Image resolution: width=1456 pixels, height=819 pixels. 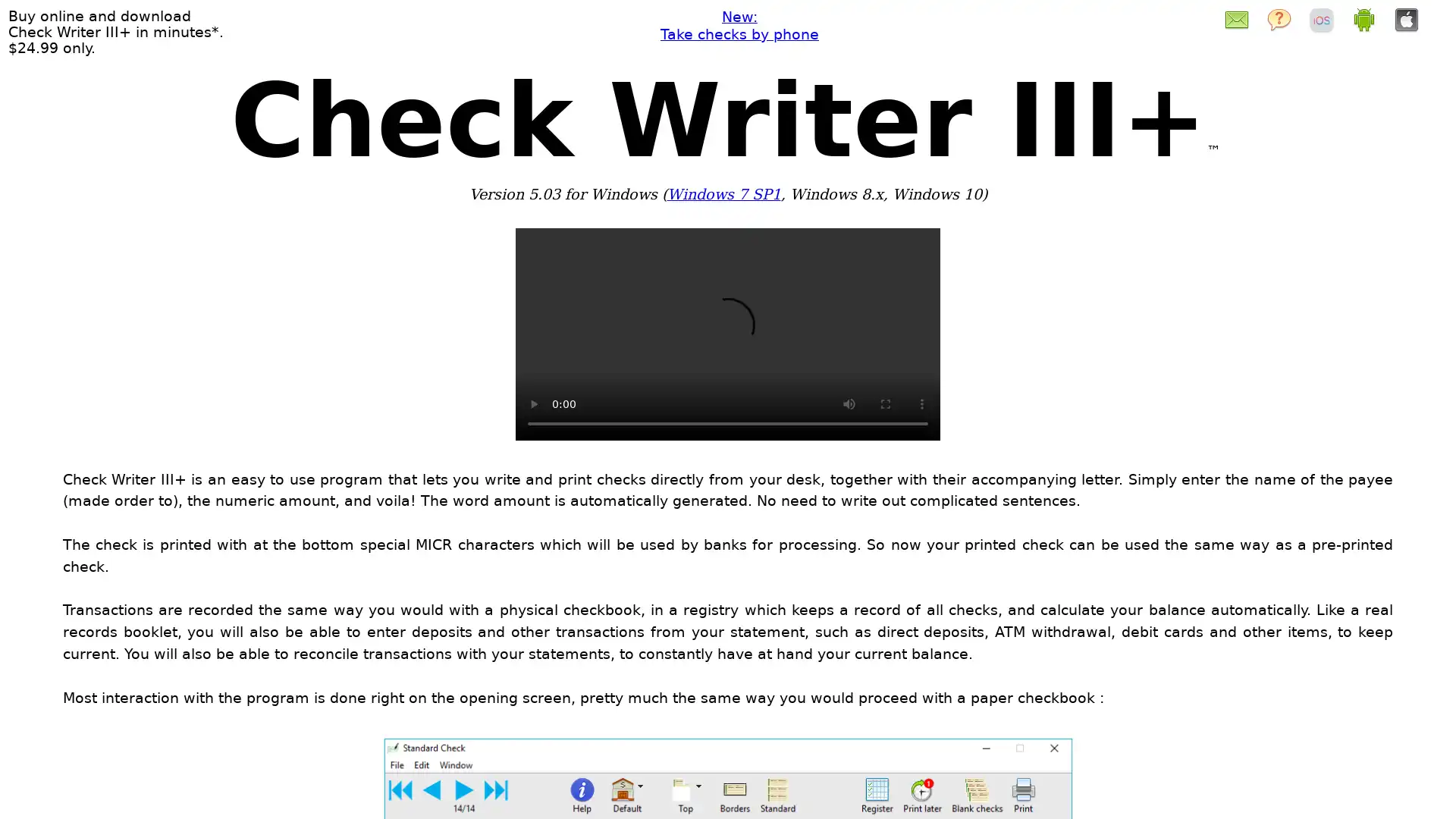 What do you see at coordinates (885, 403) in the screenshot?
I see `enter full screen` at bounding box center [885, 403].